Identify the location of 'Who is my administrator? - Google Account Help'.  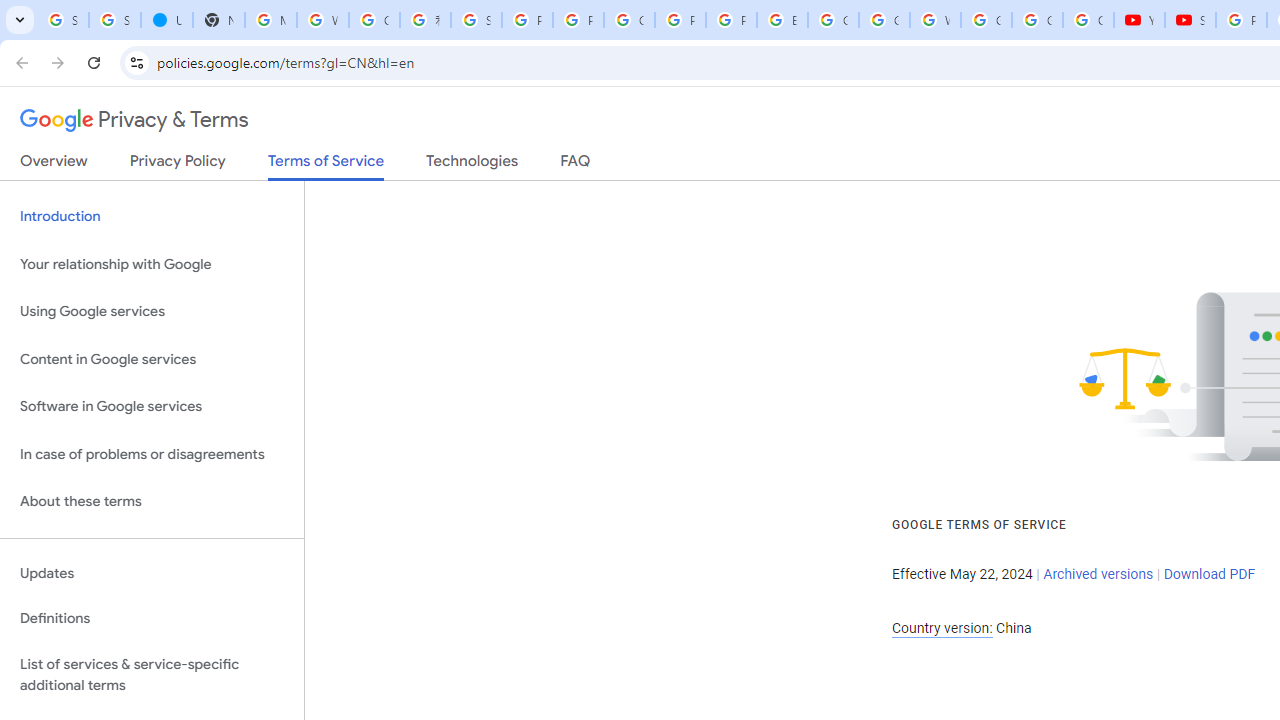
(323, 20).